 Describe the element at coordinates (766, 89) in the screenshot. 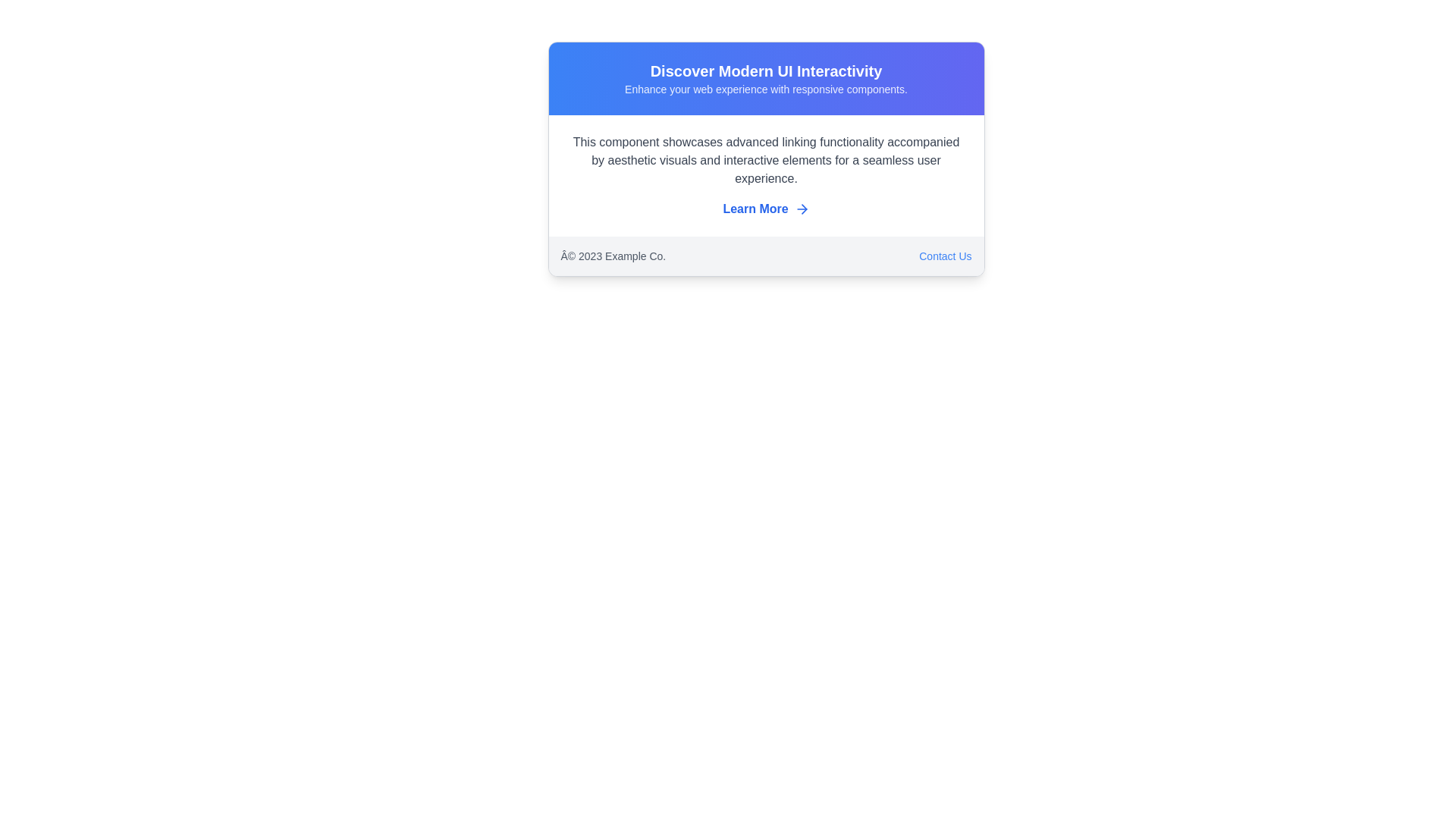

I see `the static text element located directly beneath the headline 'Discover Modern UI Interactivity', which provides additional context to the user` at that location.